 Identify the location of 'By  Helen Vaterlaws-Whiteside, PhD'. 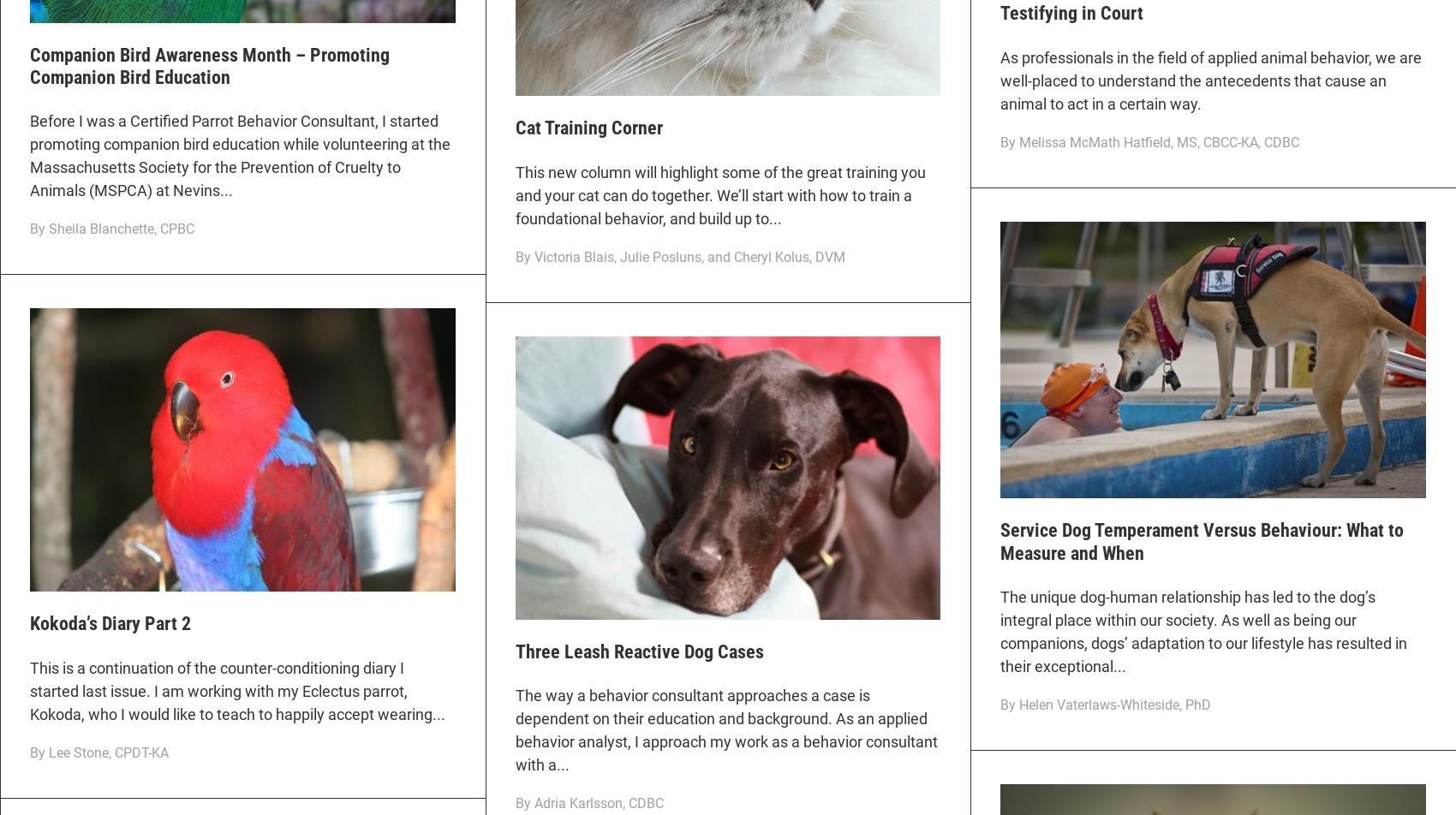
(1105, 705).